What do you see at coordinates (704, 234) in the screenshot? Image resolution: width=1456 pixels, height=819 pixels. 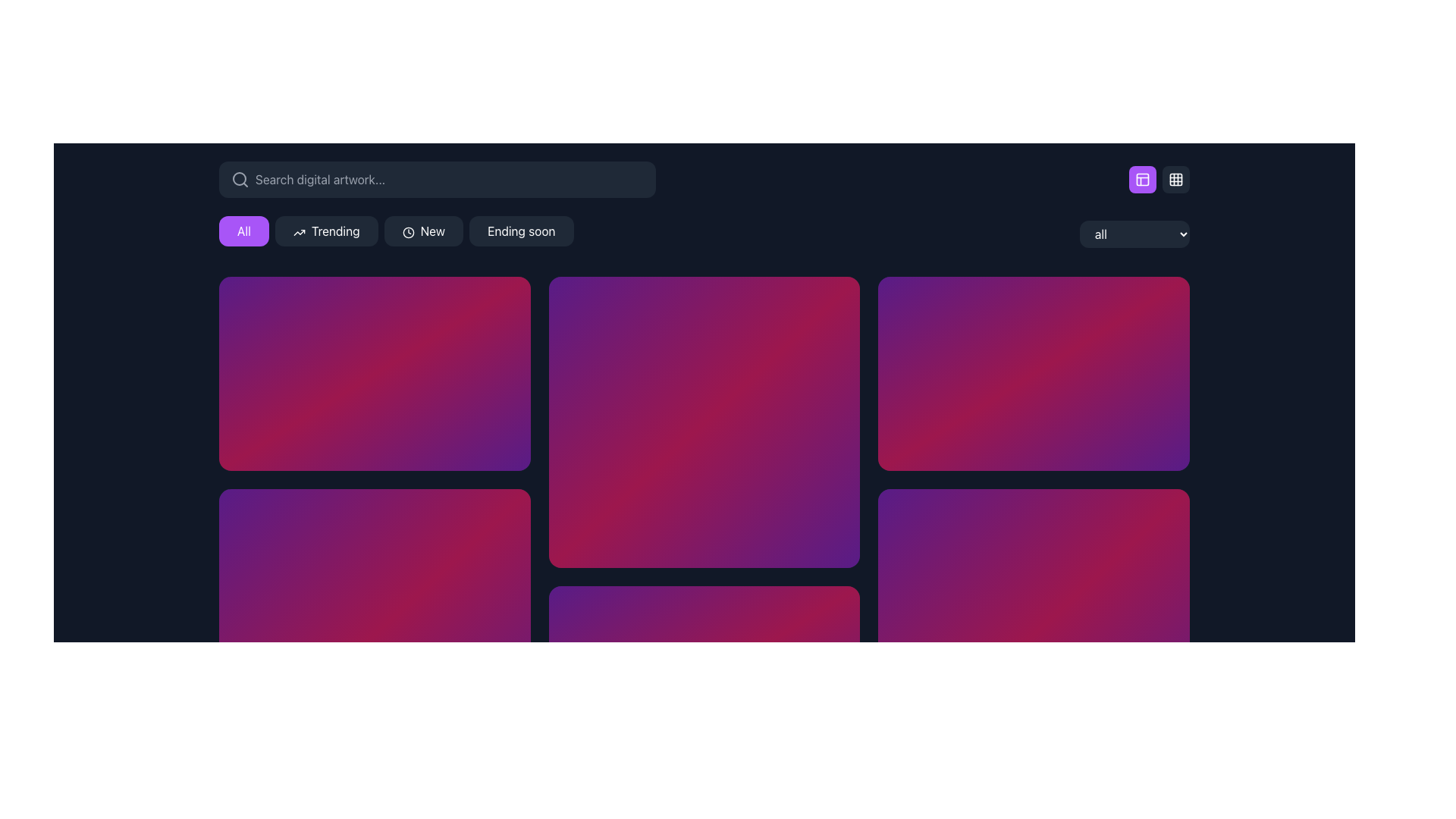 I see `the dropdown menu in the Filter bar, which is located near the top of the page and labeled 'all'` at bounding box center [704, 234].